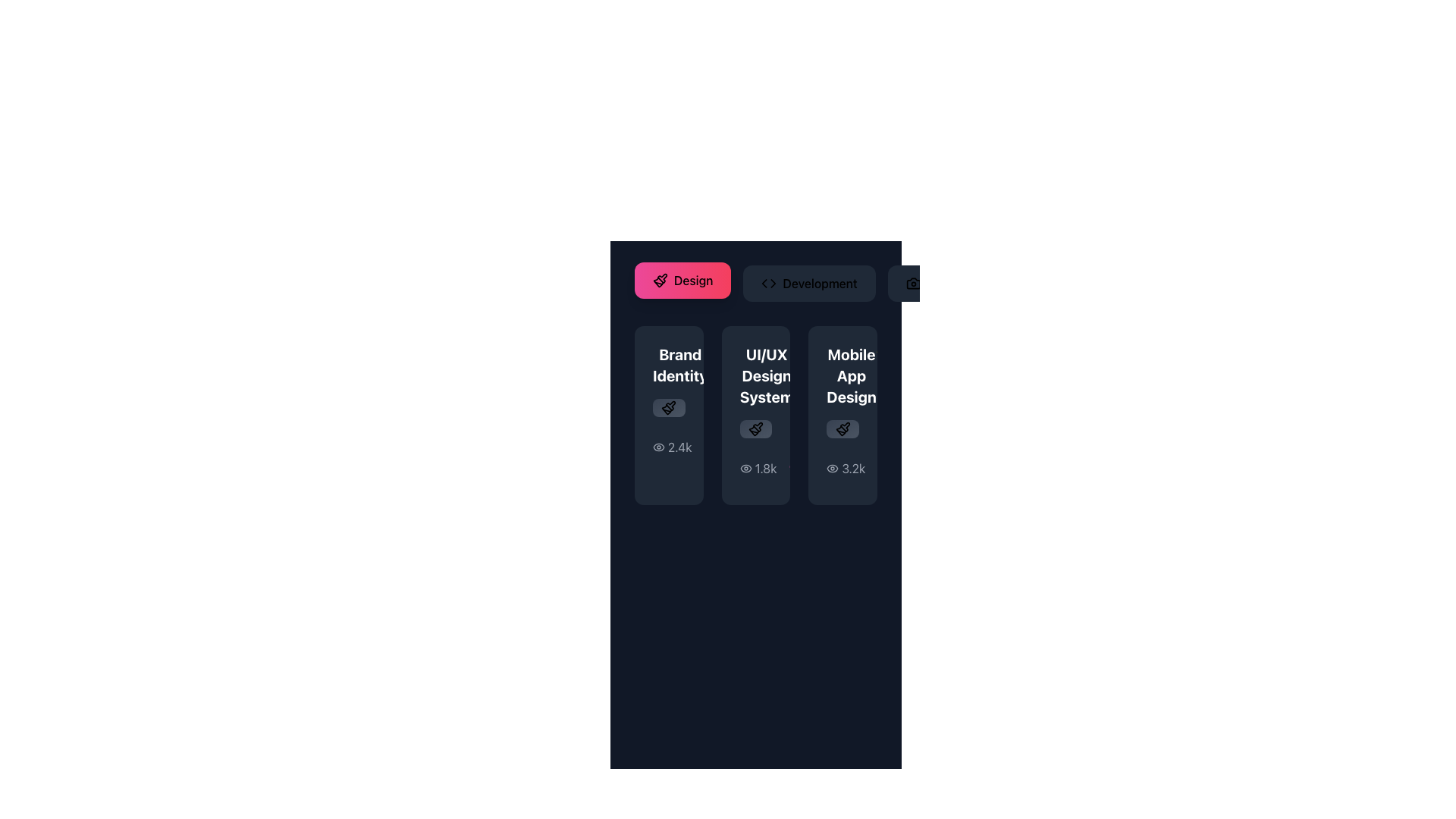  Describe the element at coordinates (679, 366) in the screenshot. I see `the bold, white text label 'Brand Identity' displayed prominently at the top of the leftmost card in a group of horizontally-aligned cards` at that location.